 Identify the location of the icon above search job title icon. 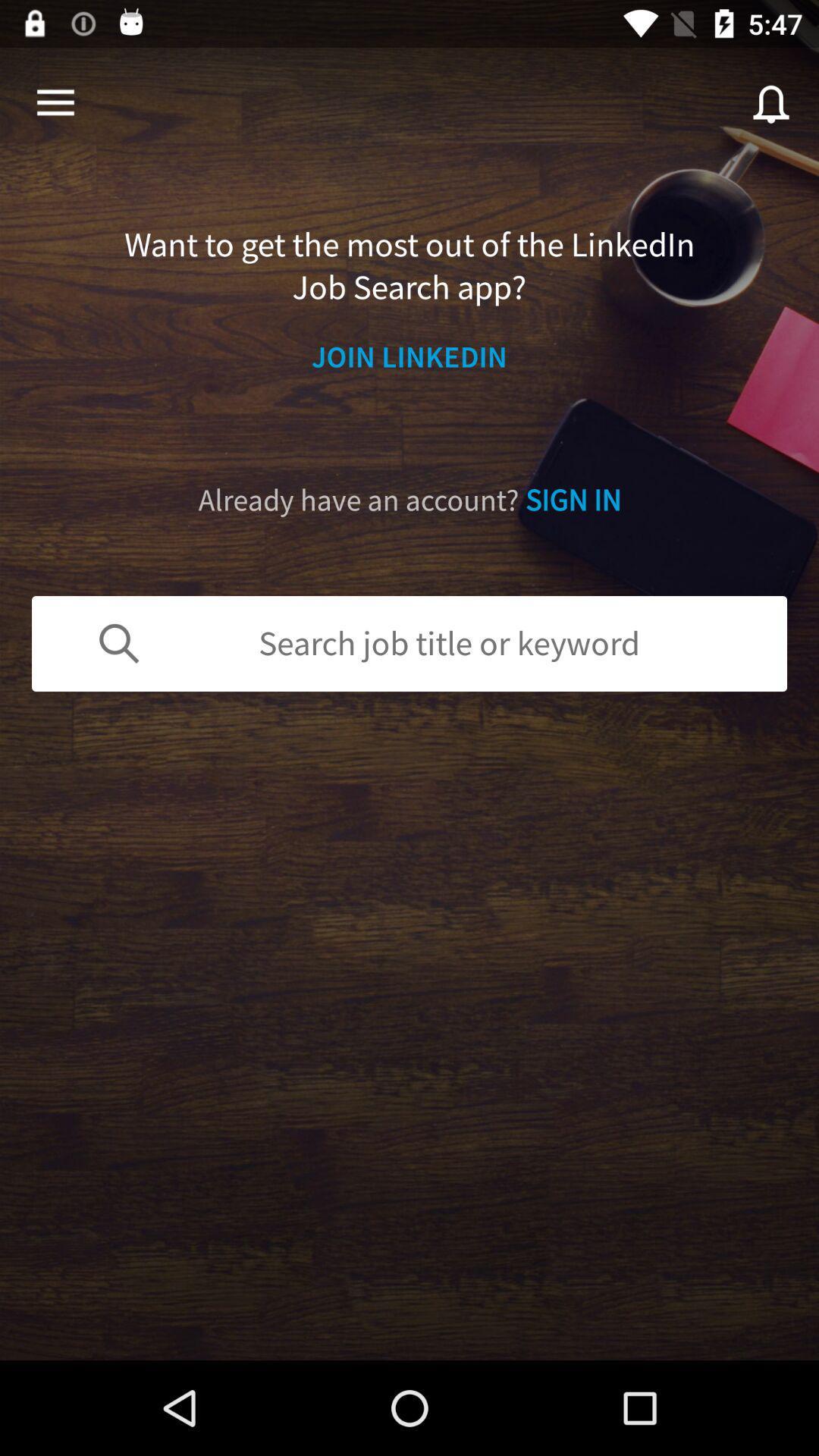
(409, 500).